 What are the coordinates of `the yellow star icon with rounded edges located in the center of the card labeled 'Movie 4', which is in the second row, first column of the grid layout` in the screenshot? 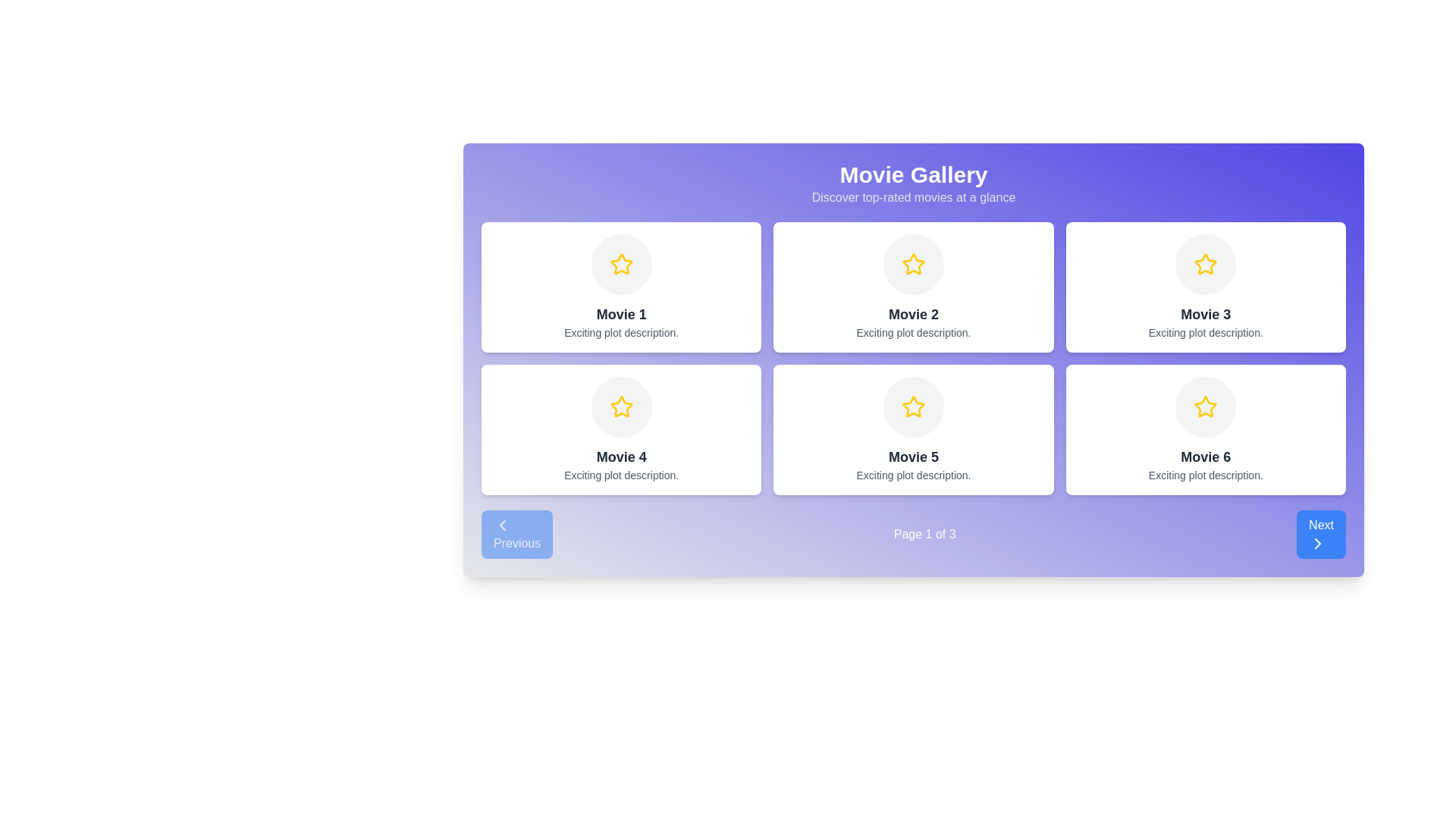 It's located at (621, 406).